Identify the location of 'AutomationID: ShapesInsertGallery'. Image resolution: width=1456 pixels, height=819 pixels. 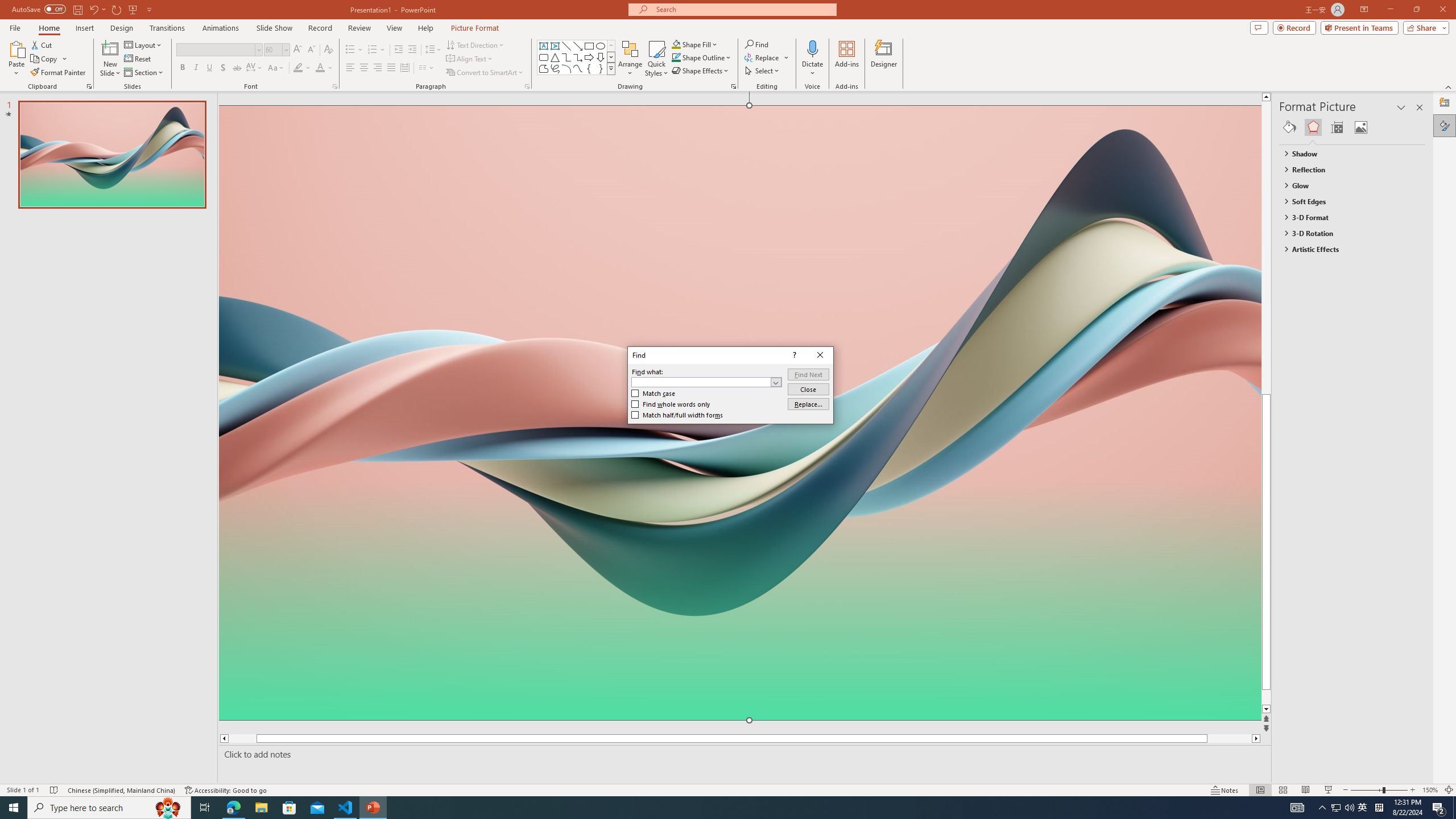
(576, 57).